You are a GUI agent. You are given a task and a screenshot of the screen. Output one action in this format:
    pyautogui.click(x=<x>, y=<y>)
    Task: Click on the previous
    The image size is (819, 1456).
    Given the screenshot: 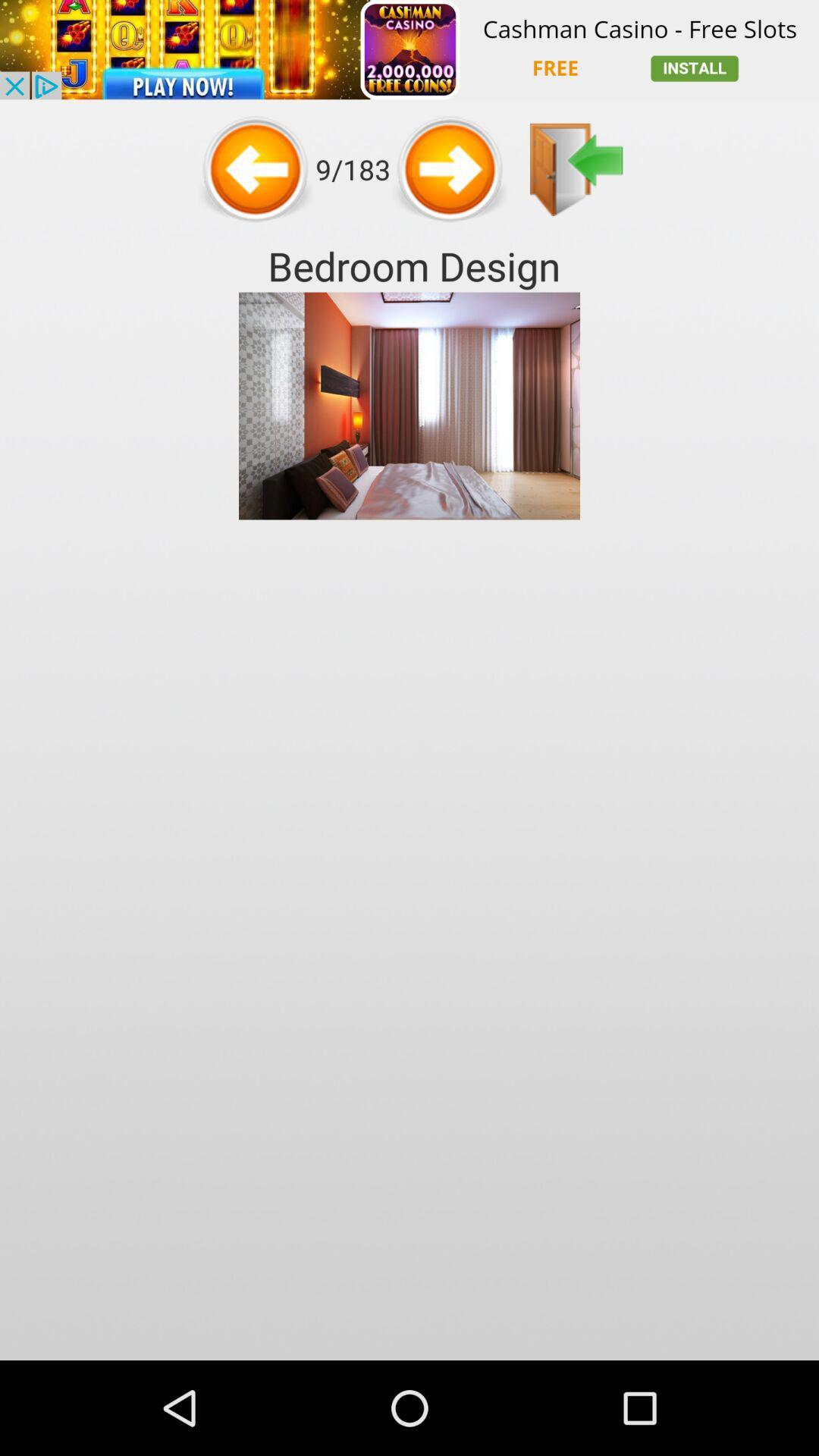 What is the action you would take?
    pyautogui.click(x=576, y=169)
    